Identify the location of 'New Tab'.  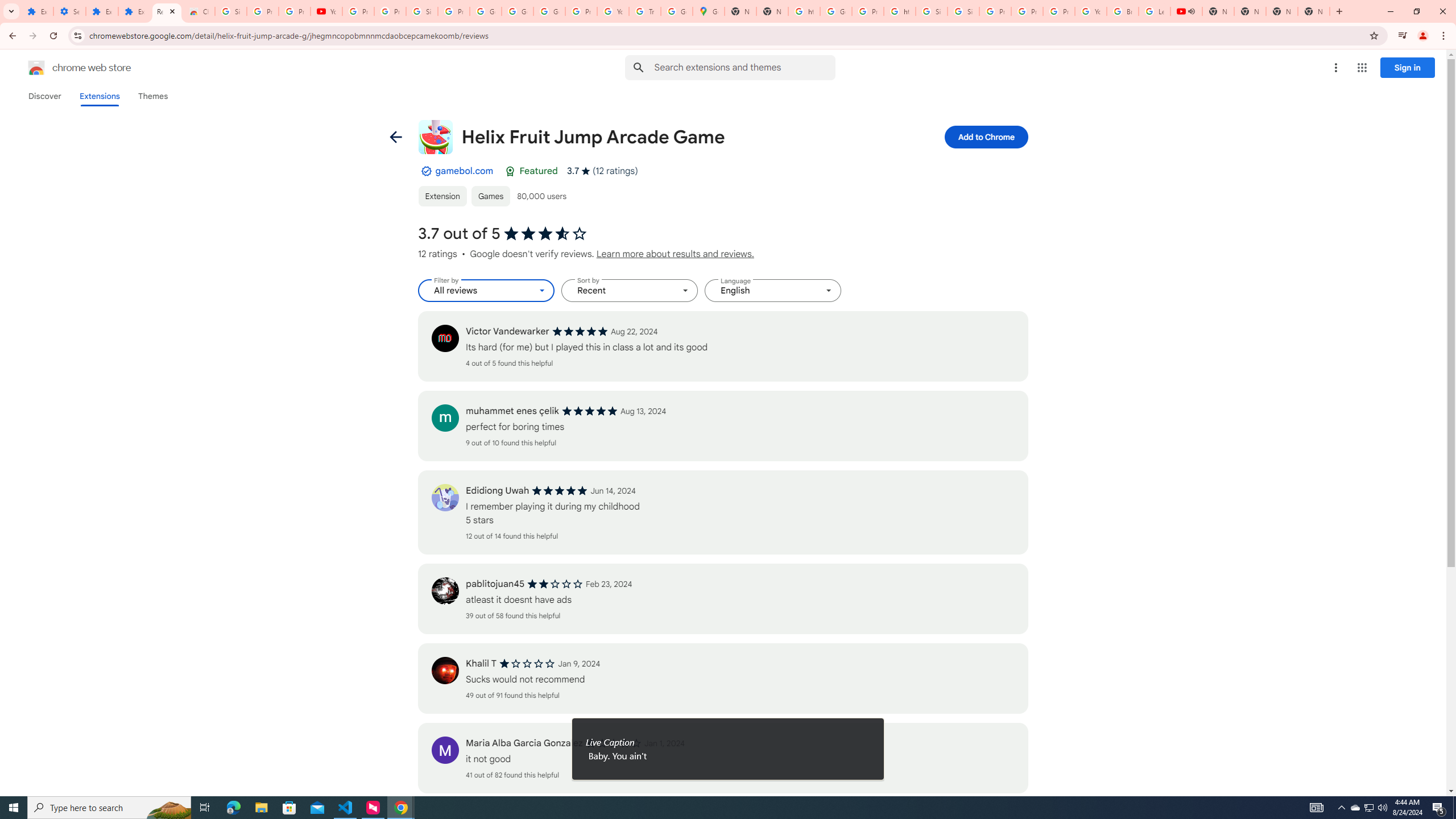
(1282, 11).